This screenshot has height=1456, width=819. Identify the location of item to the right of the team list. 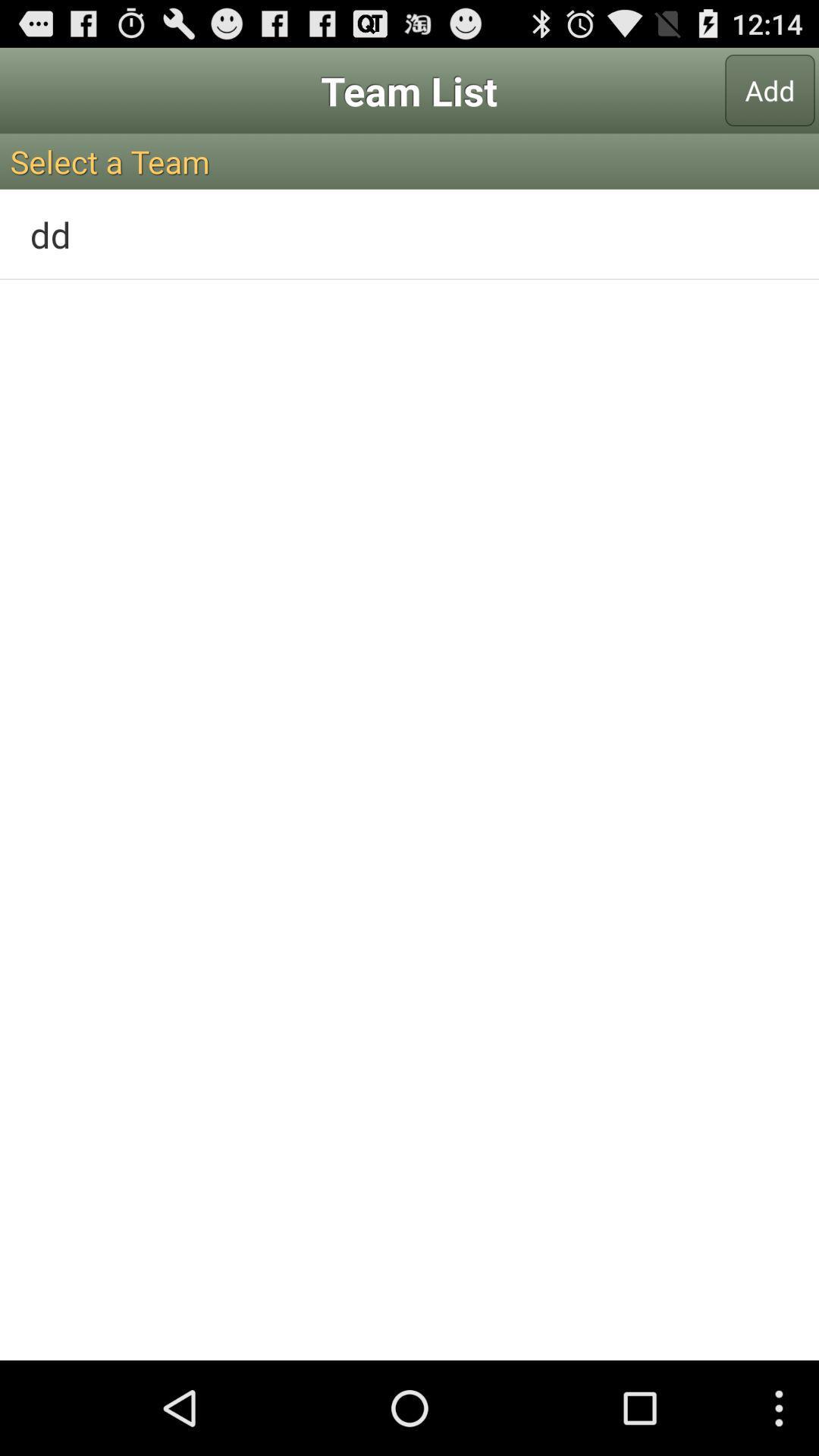
(770, 89).